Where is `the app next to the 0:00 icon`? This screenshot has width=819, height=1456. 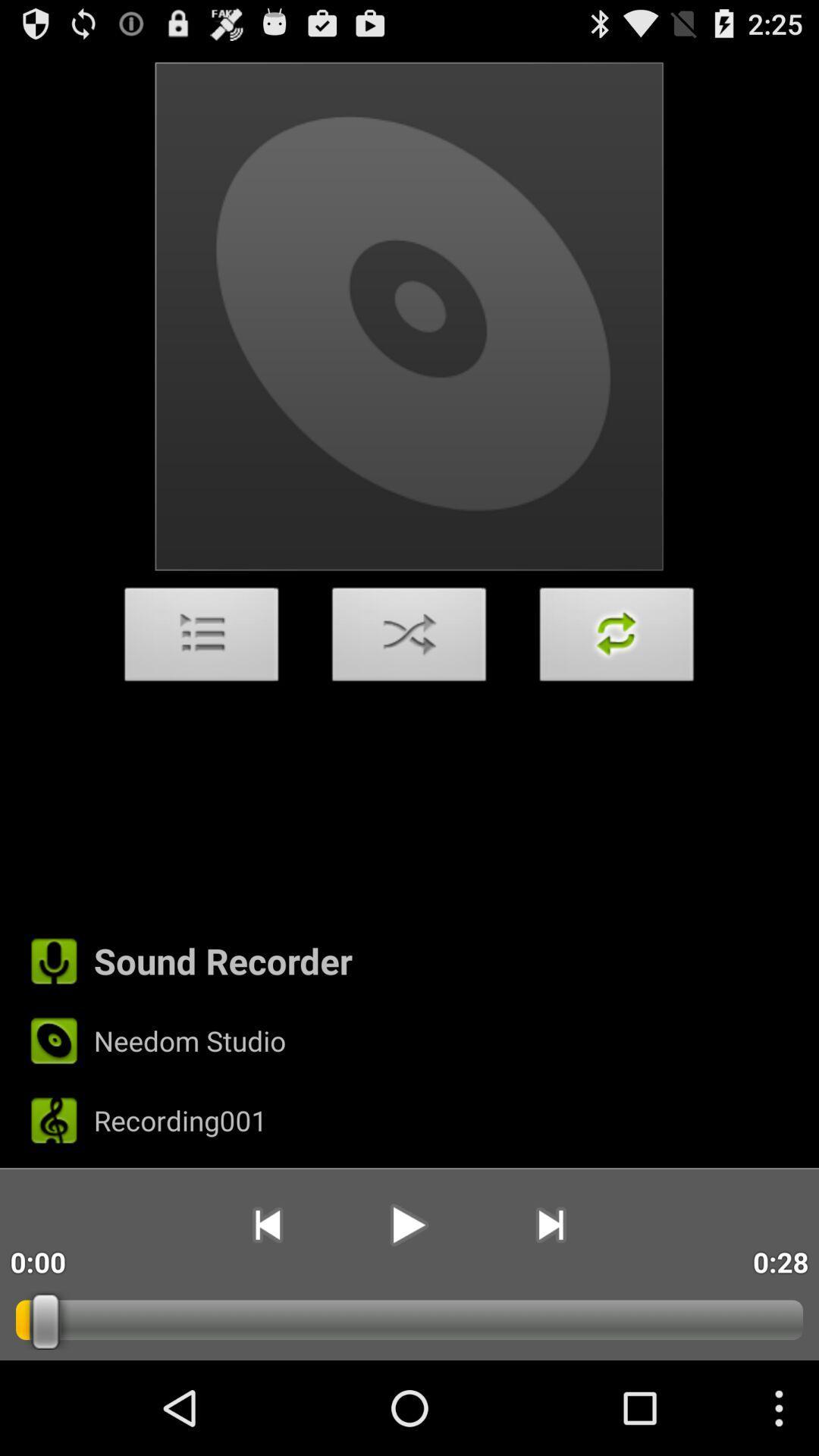
the app next to the 0:00 icon is located at coordinates (266, 1225).